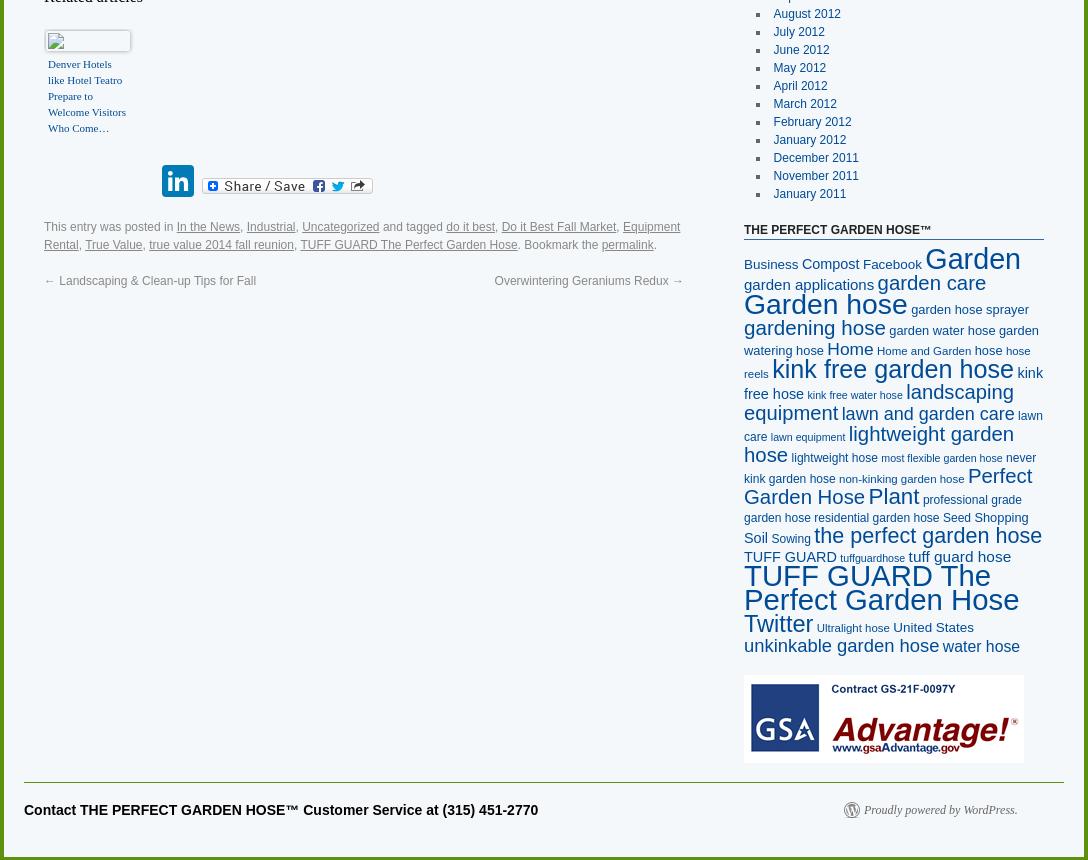 This screenshot has height=860, width=1088. What do you see at coordinates (444, 226) in the screenshot?
I see `'do it best'` at bounding box center [444, 226].